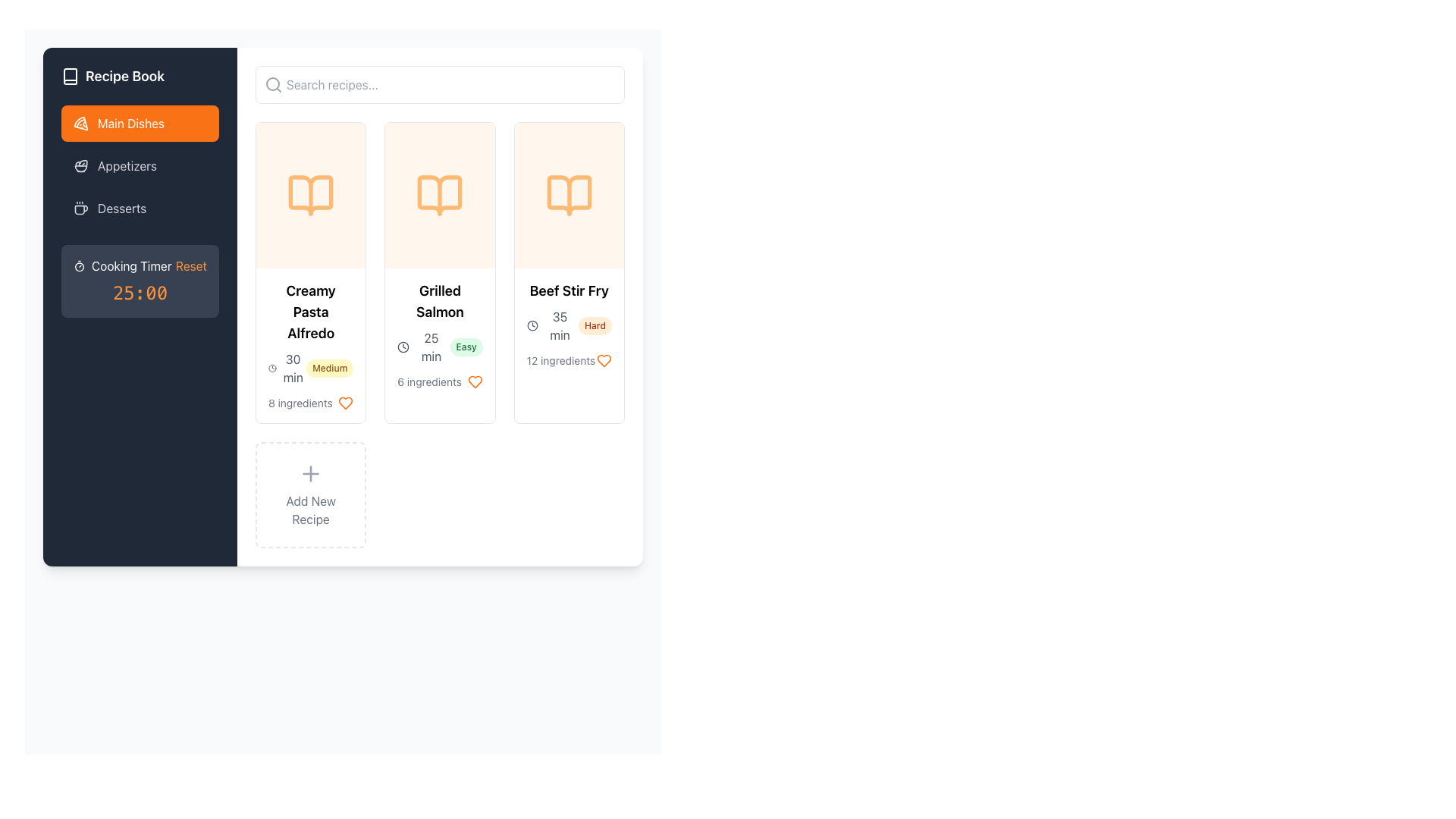 Image resolution: width=1456 pixels, height=819 pixels. I want to click on the 'Desserts' navigation link, which is the third item in the vertical menu on the left, so click(140, 208).